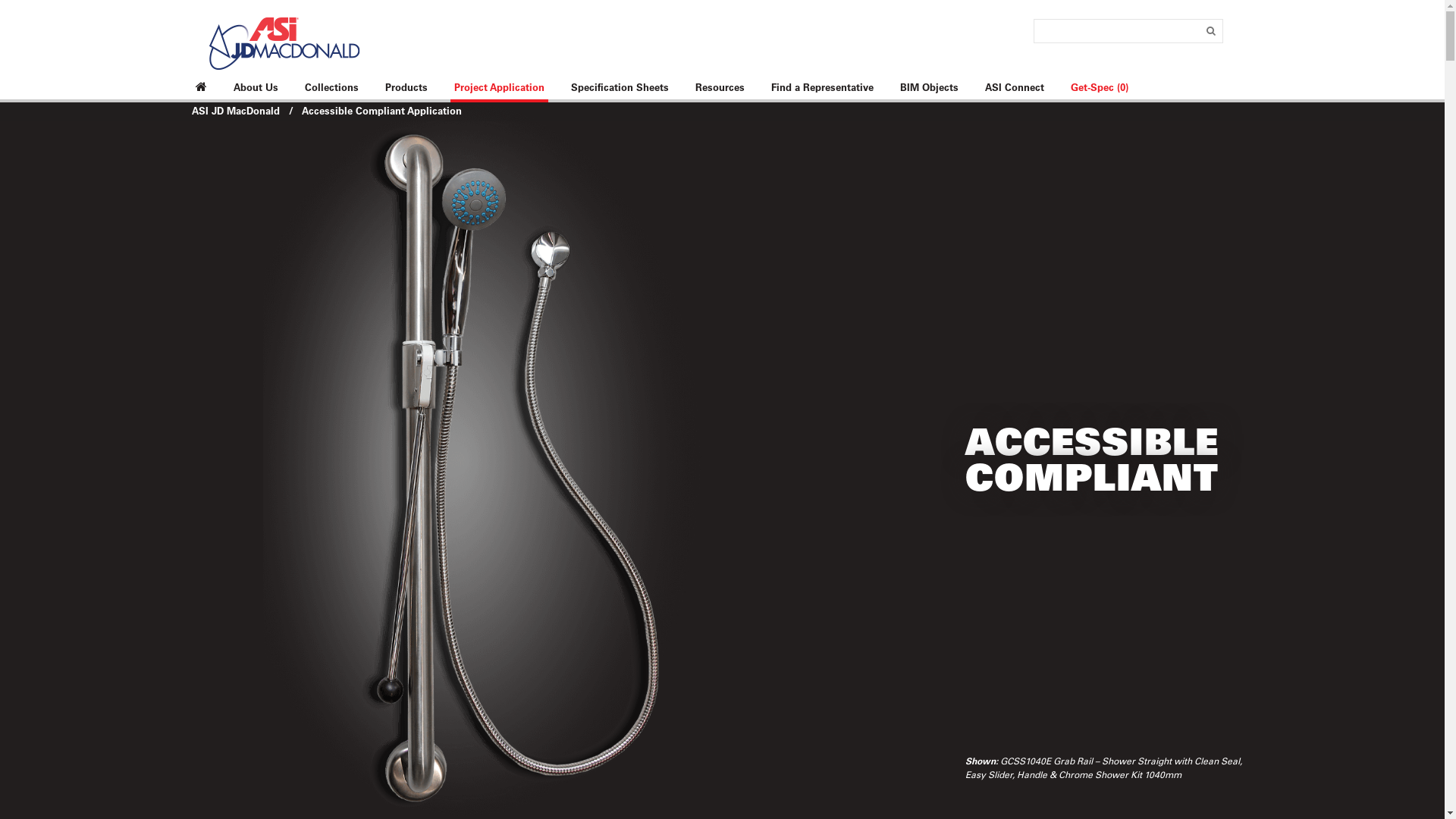  I want to click on 'Get-Spec (0)', so click(1065, 89).